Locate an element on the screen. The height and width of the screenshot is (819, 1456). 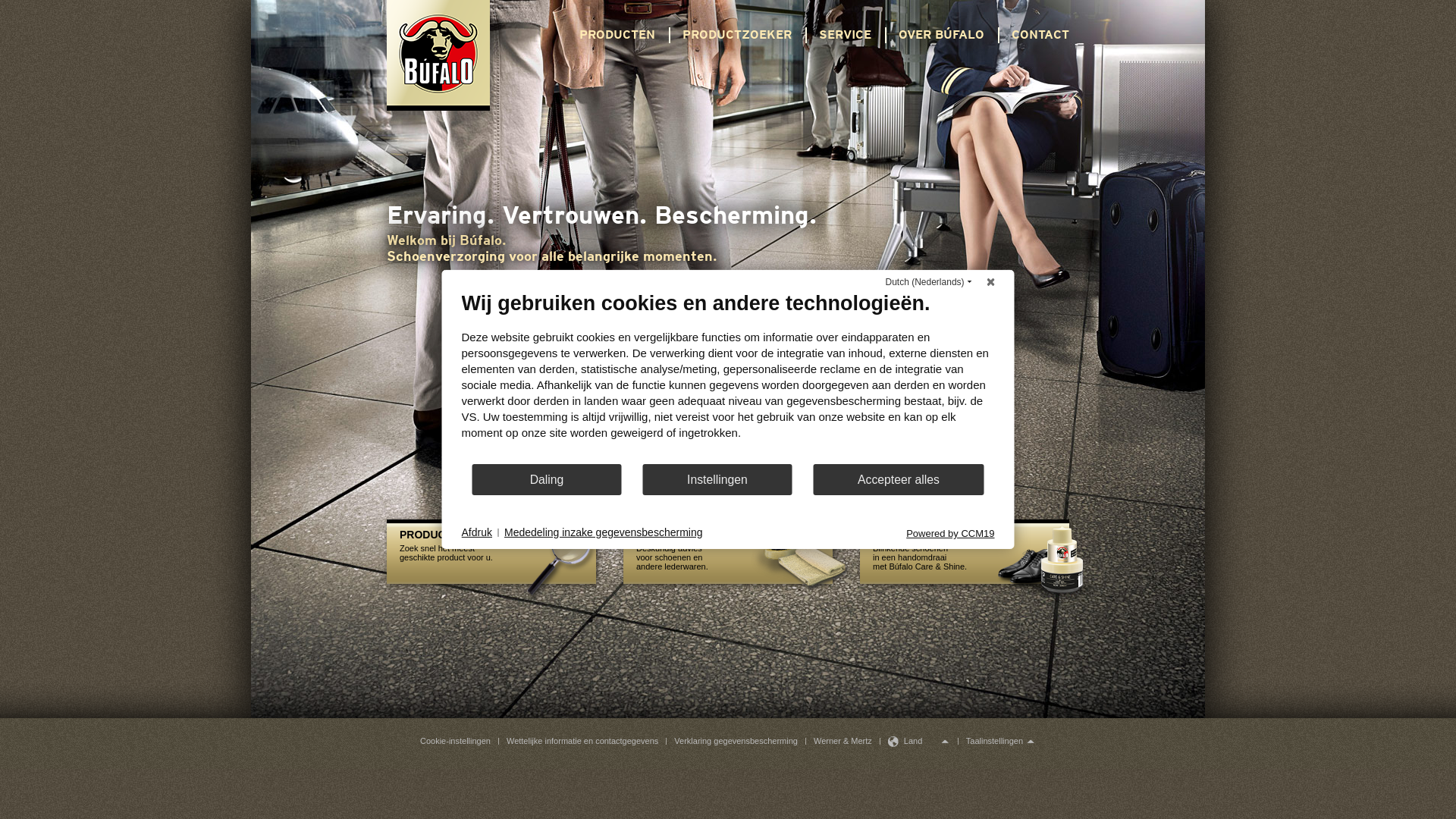
'Afdruk' is located at coordinates (475, 532).